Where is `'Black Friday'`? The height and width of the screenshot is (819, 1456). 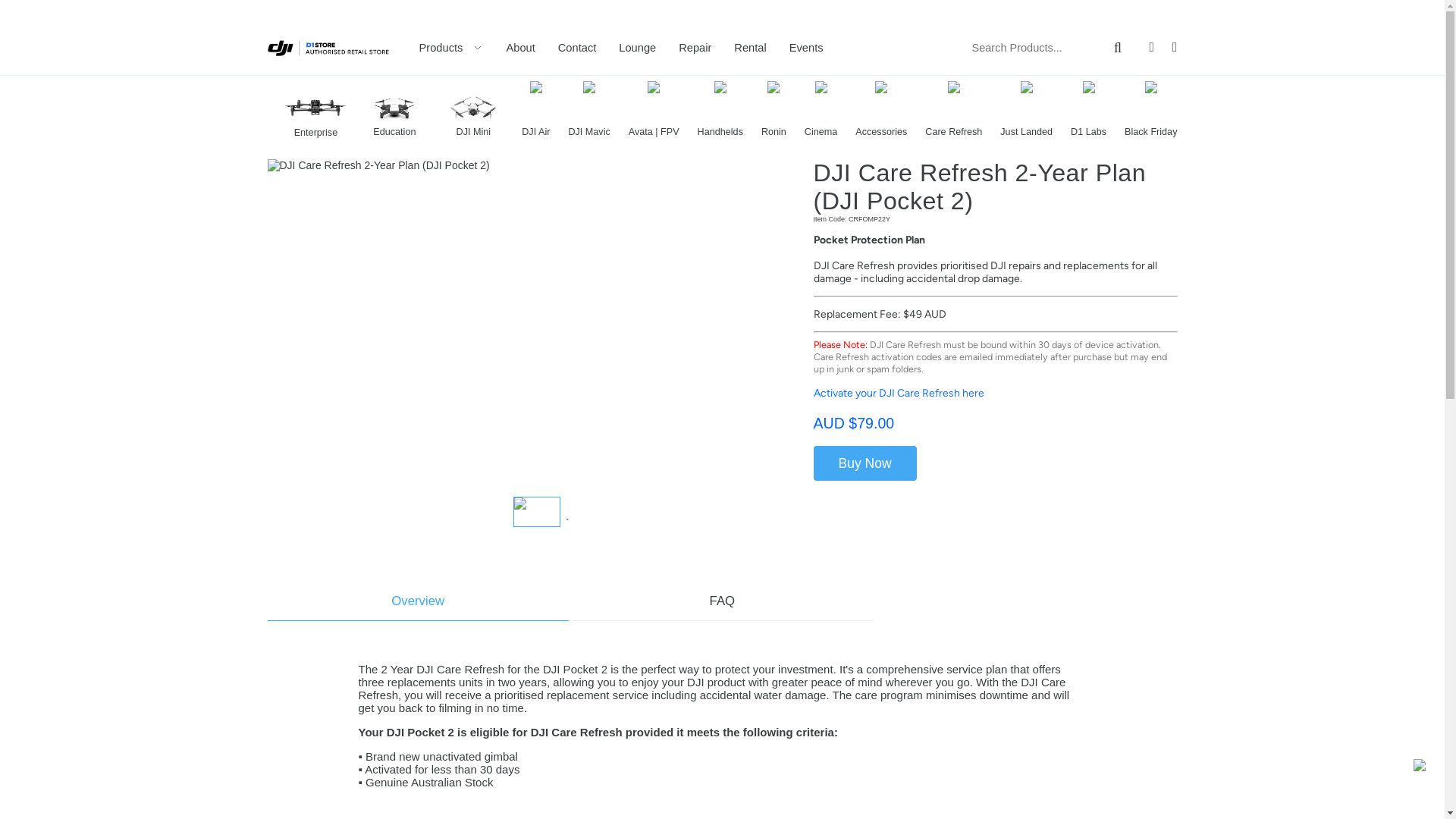 'Black Friday' is located at coordinates (1150, 108).